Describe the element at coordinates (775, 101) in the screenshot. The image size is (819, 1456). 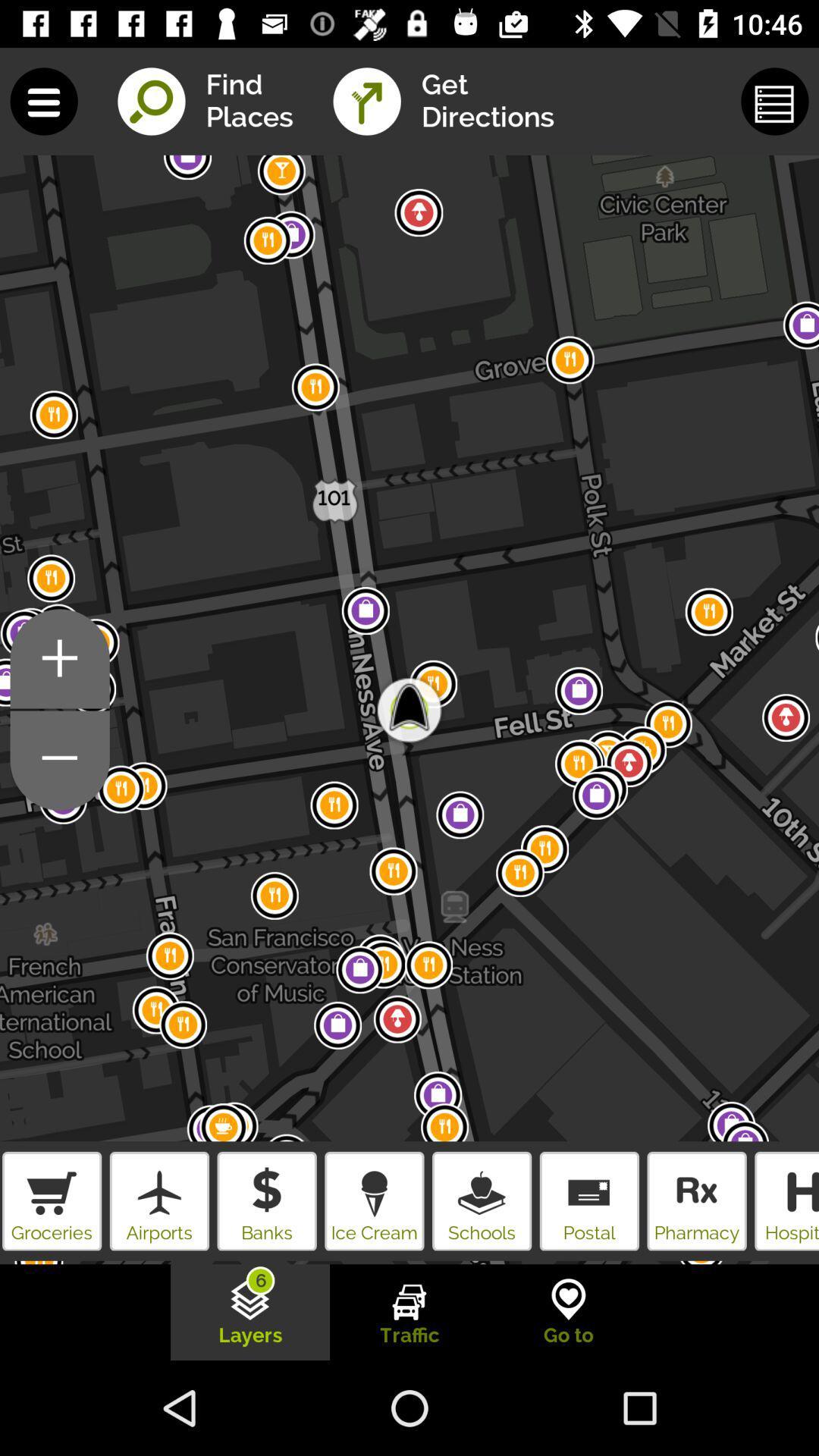
I see `the button beside get directions` at that location.